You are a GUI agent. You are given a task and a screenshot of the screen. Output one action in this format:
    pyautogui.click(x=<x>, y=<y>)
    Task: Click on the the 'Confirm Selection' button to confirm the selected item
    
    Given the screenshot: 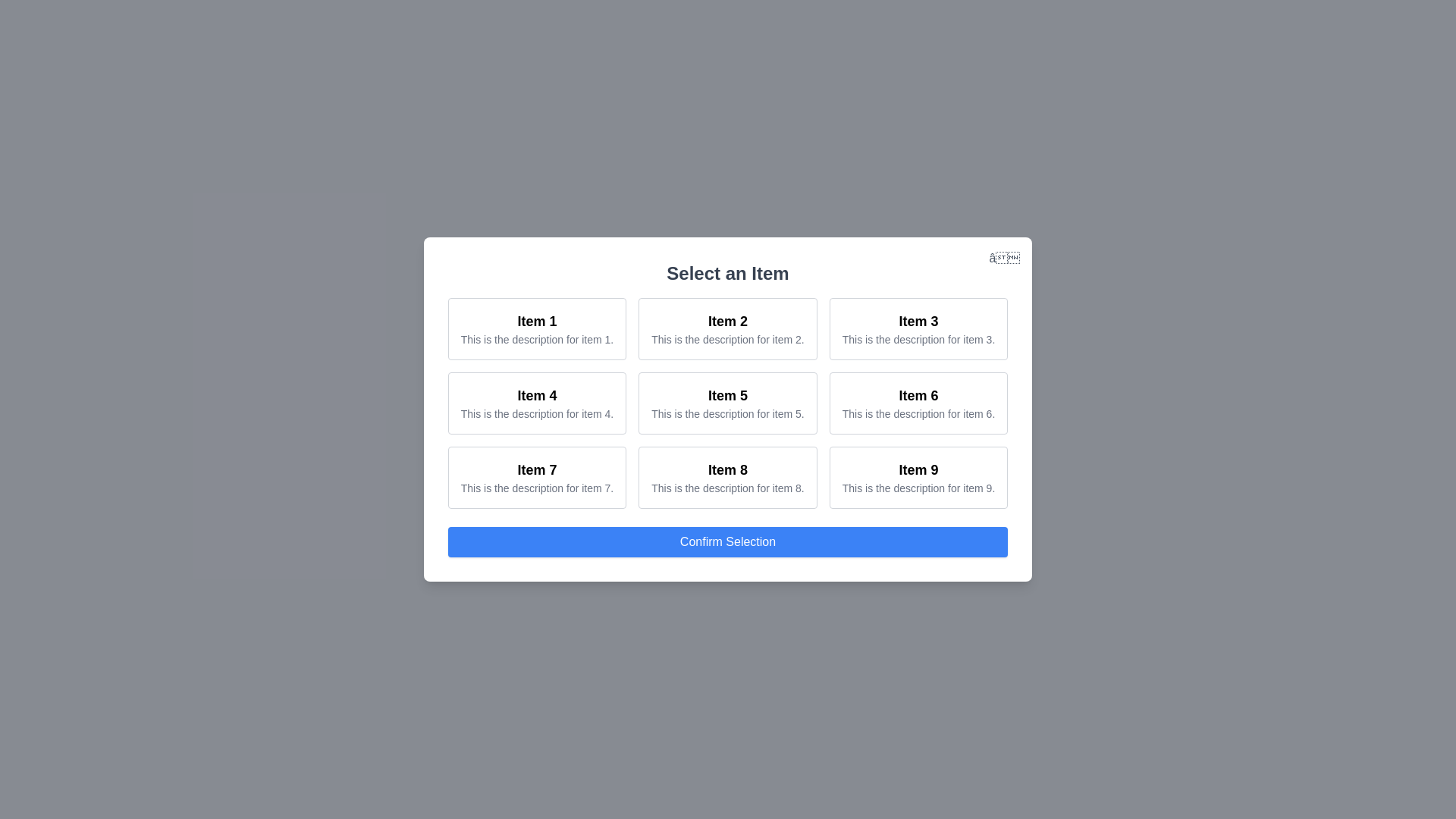 What is the action you would take?
    pyautogui.click(x=728, y=541)
    